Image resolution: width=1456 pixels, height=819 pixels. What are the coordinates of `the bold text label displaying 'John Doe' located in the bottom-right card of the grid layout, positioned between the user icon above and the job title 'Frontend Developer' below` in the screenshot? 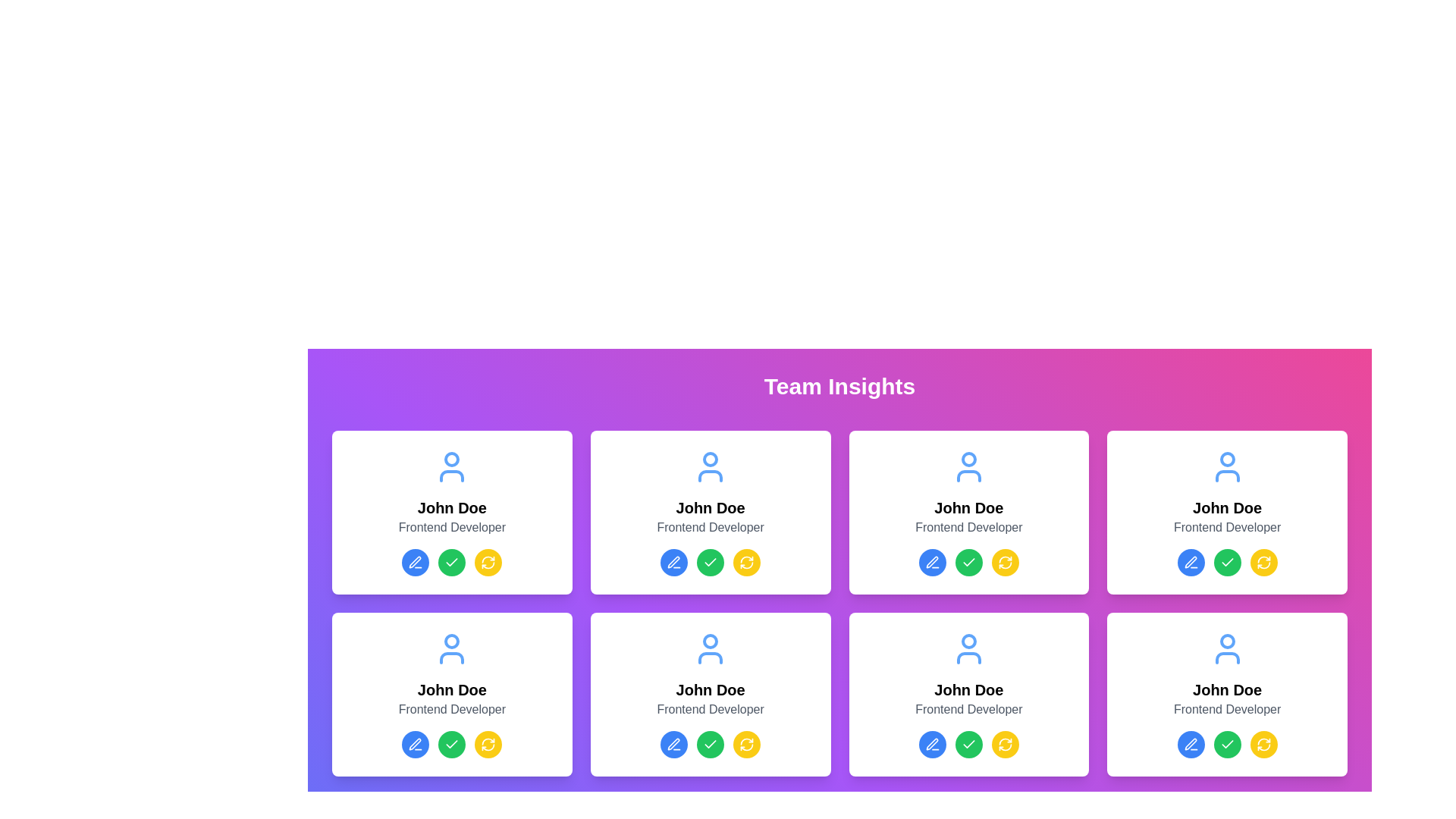 It's located at (1227, 690).